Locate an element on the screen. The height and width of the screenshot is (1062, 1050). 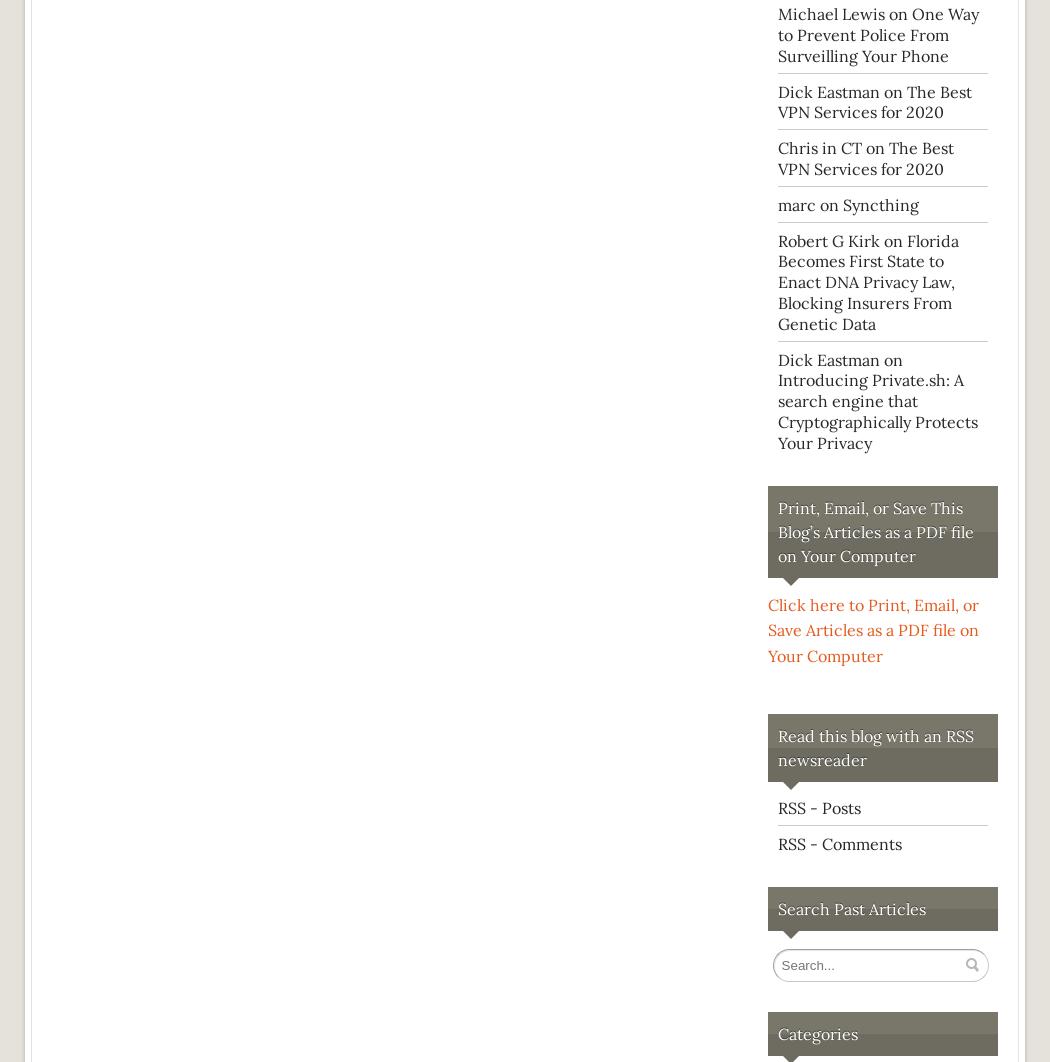
'Search Past Articles' is located at coordinates (851, 907).